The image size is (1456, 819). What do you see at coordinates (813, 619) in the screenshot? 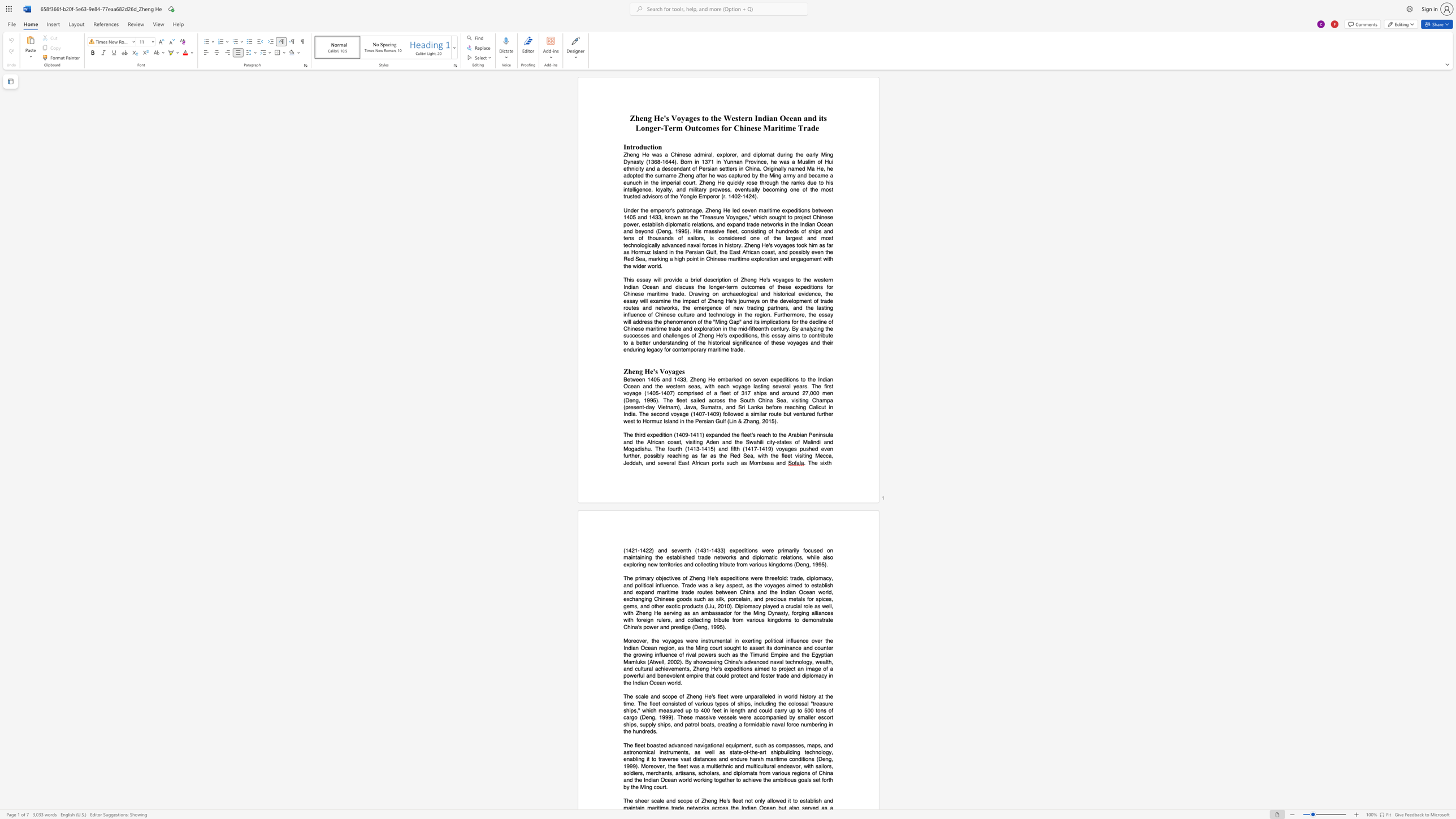
I see `the space between the continuous character "m" and "o" in the text` at bounding box center [813, 619].